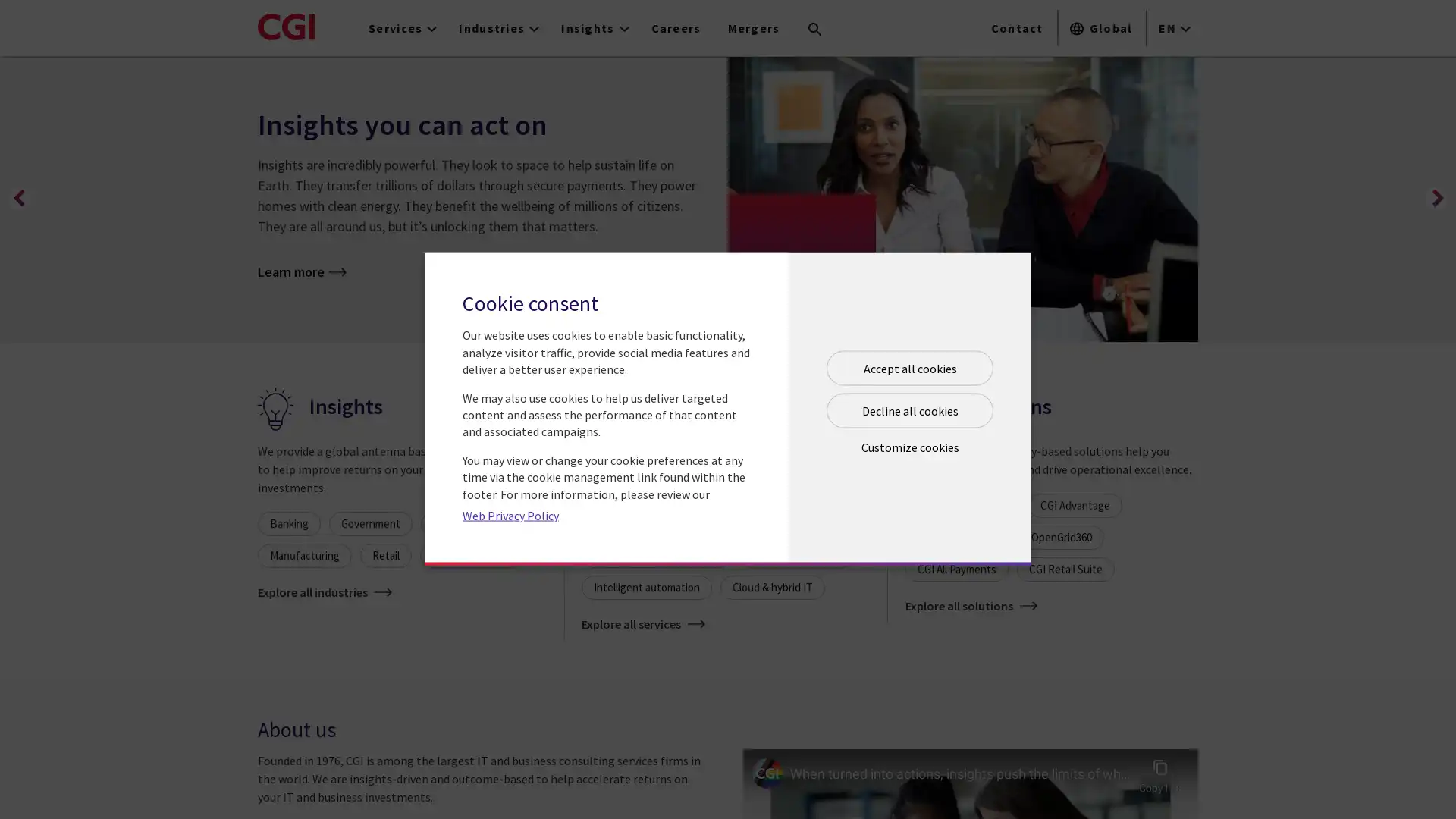 The height and width of the screenshot is (819, 1456). I want to click on Accept all cookies, so click(910, 368).